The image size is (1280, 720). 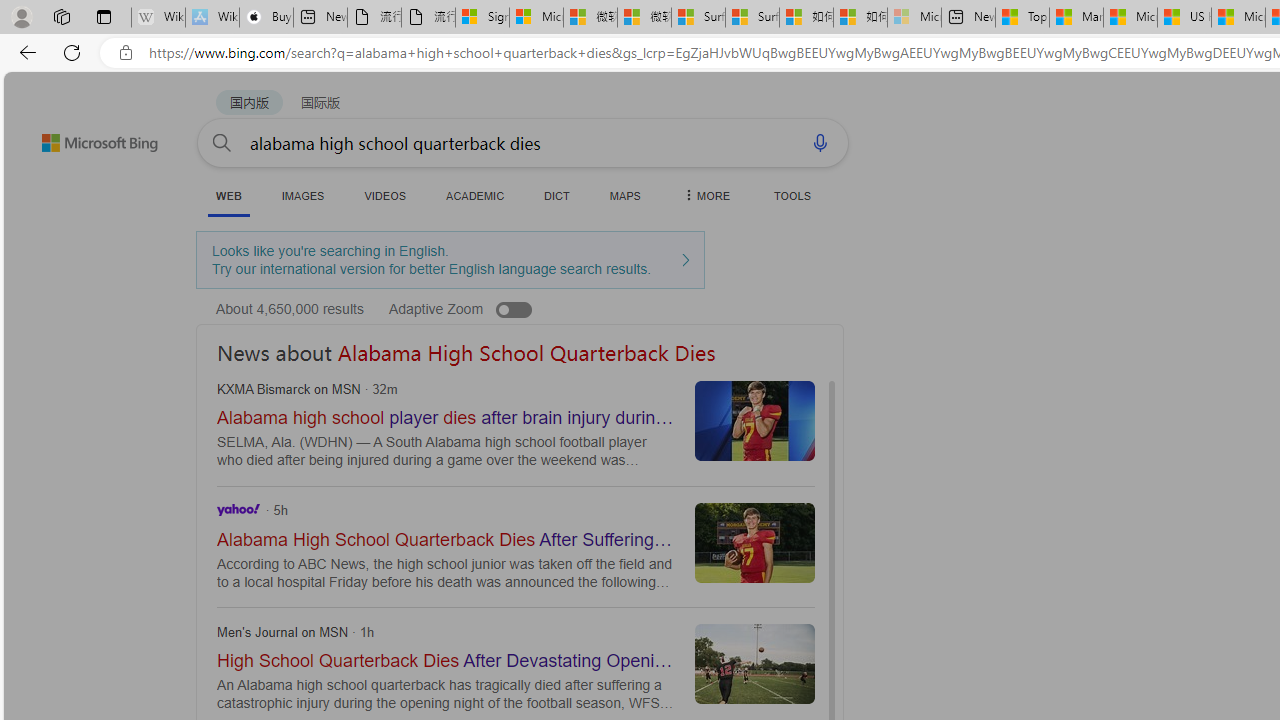 I want to click on 'Buy iPad - Apple', so click(x=265, y=17).